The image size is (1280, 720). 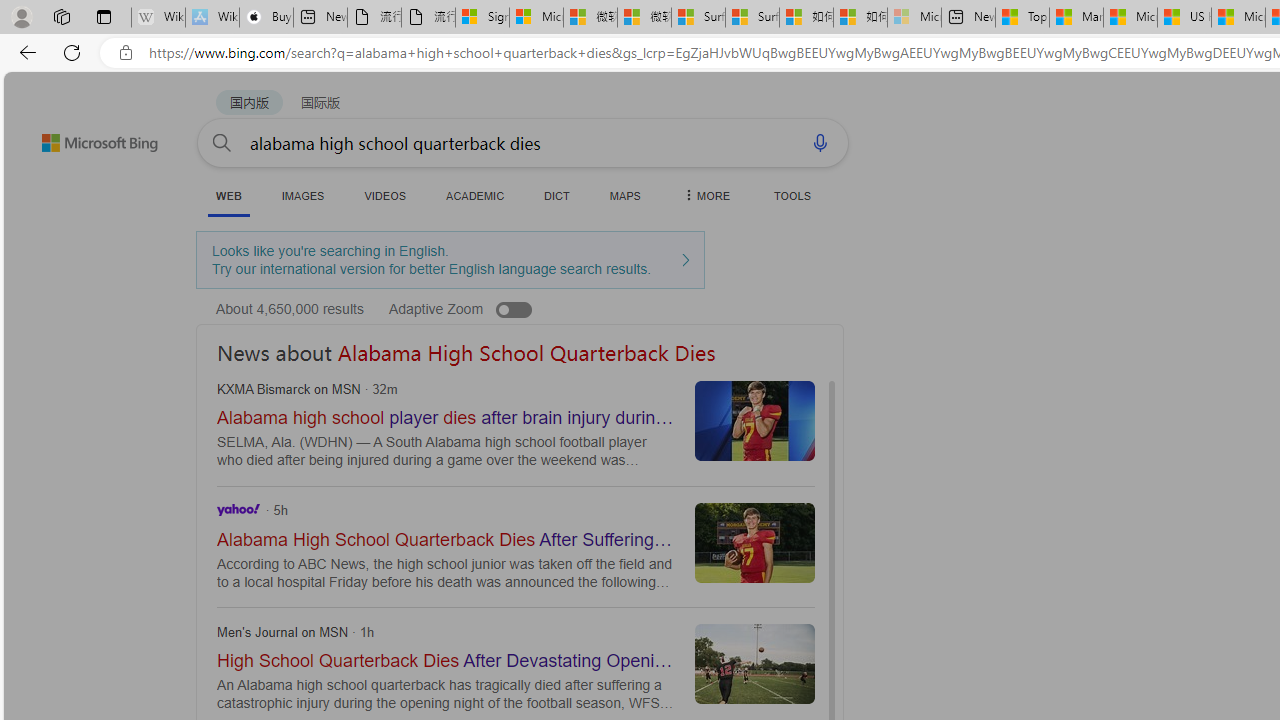 I want to click on 'Buy iPad - Apple', so click(x=265, y=17).